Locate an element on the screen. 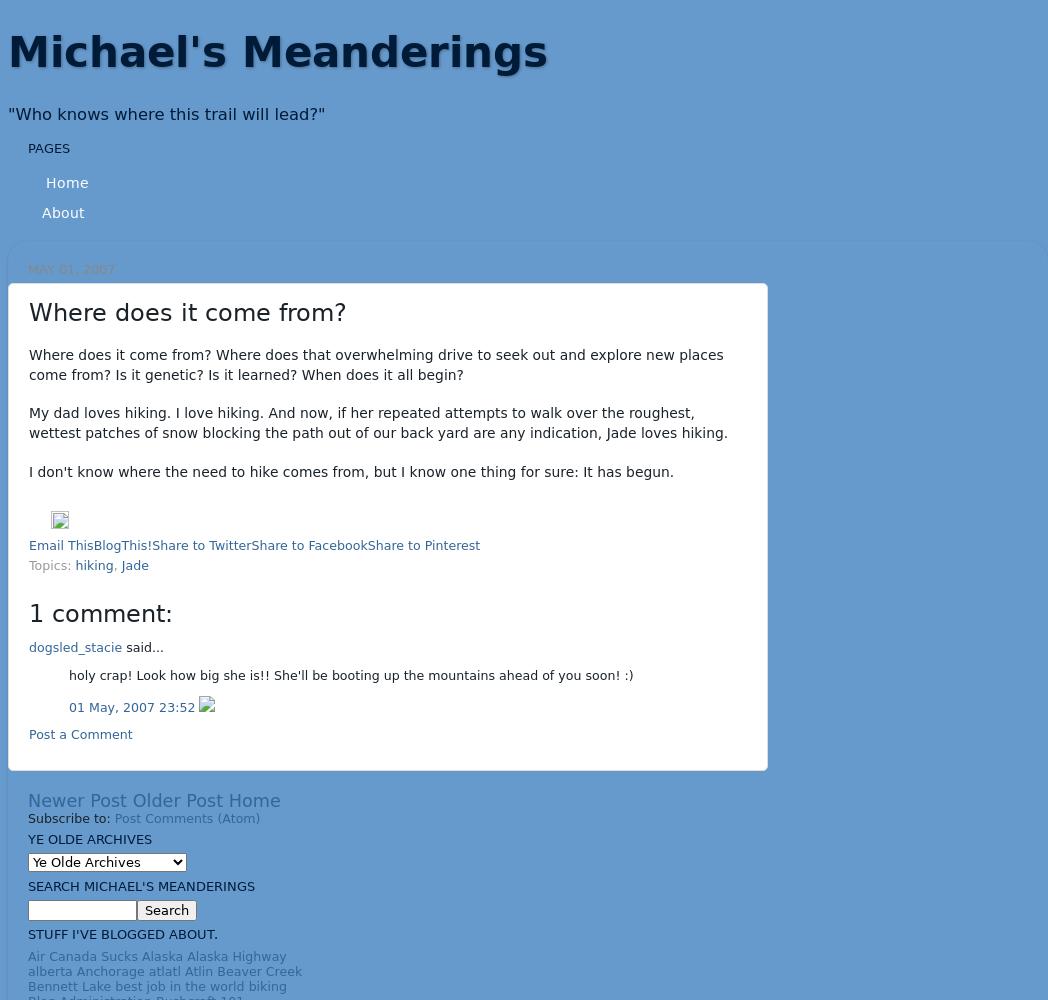  'Older Post' is located at coordinates (176, 800).